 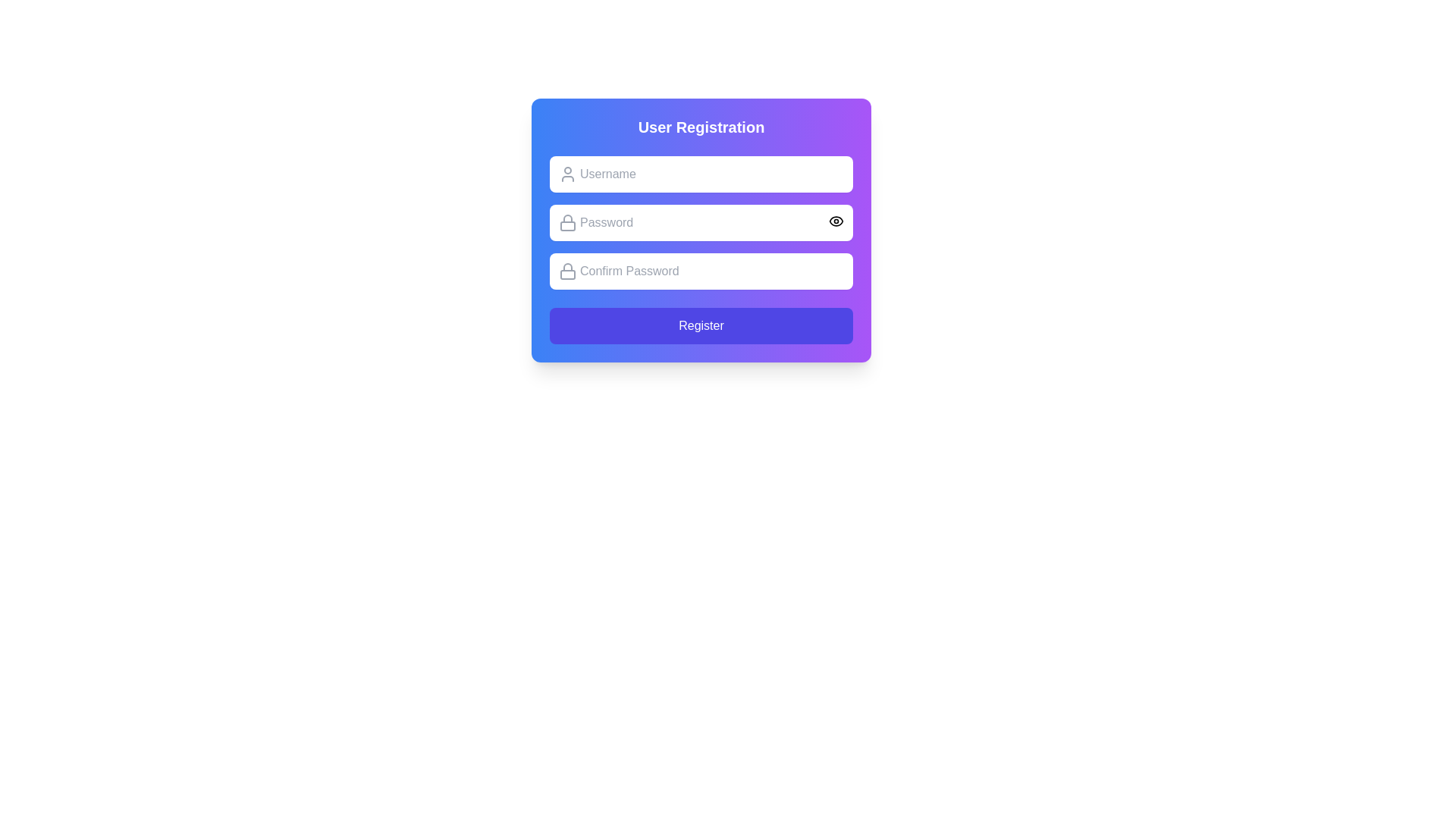 I want to click on the rectangular part of the lock icon located to the left of the 'Password' input field, so click(x=566, y=226).